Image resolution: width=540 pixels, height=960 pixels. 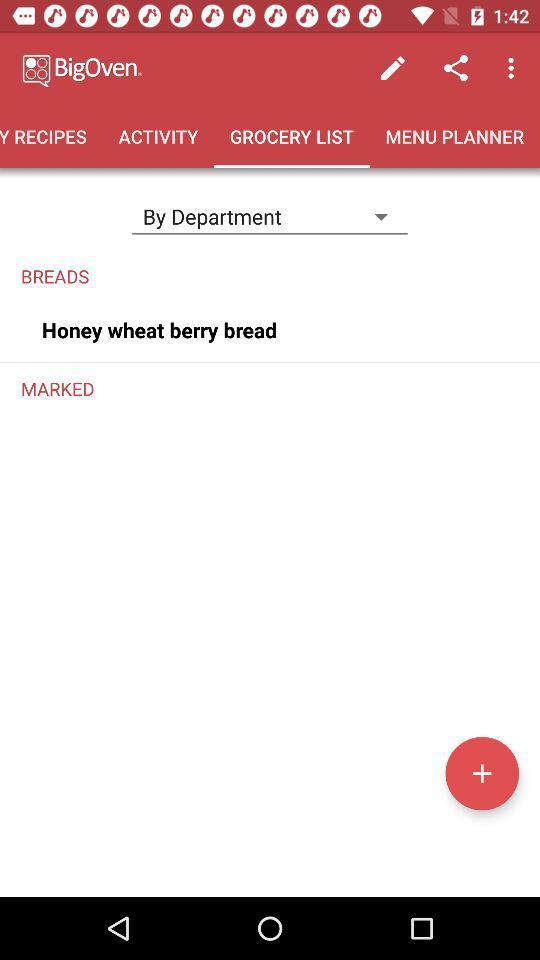 What do you see at coordinates (481, 772) in the screenshot?
I see `item in grocery list` at bounding box center [481, 772].